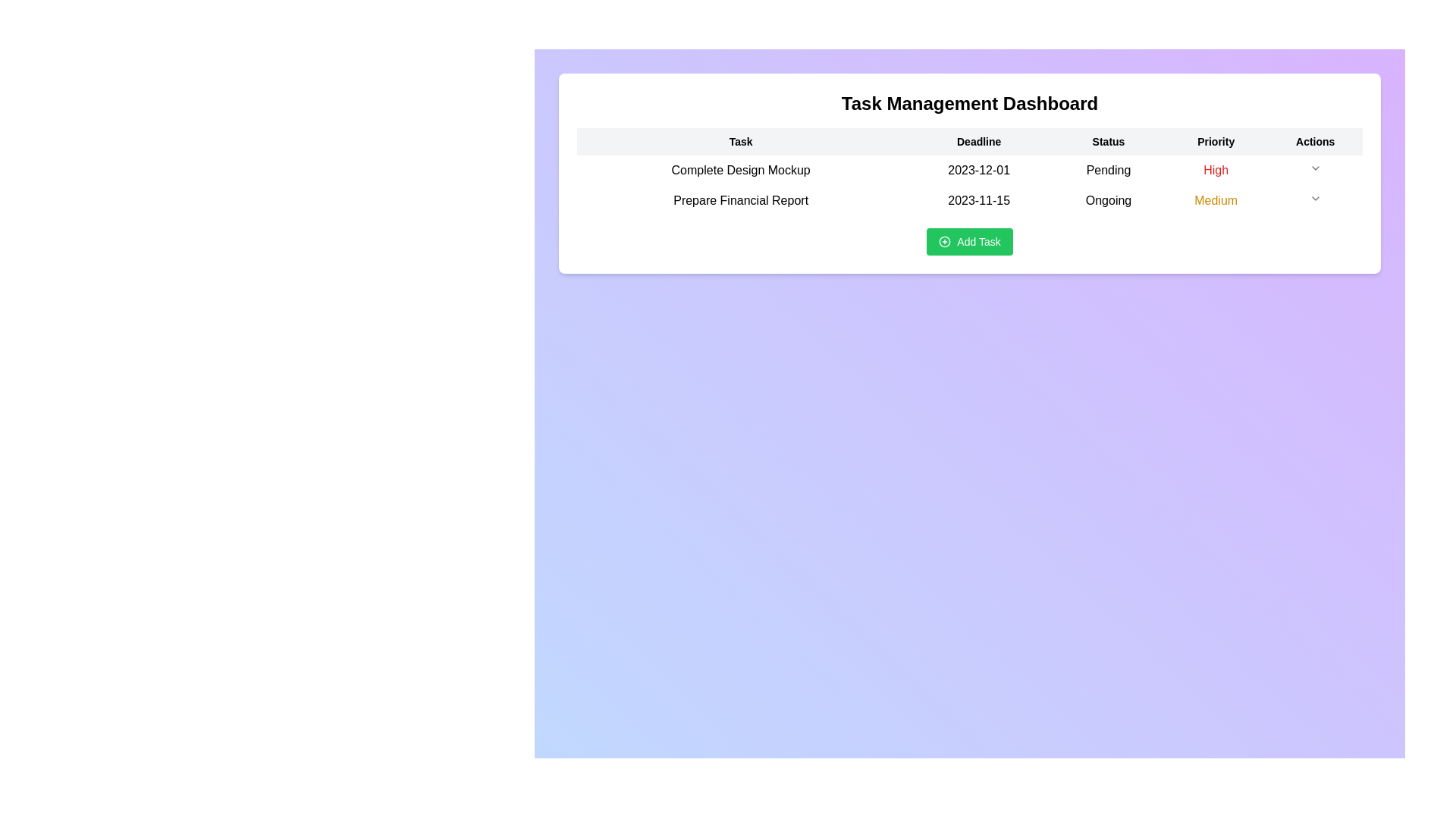 This screenshot has height=819, width=1456. Describe the element at coordinates (1216, 141) in the screenshot. I see `the fourth column header of the table, which specifies task priorities` at that location.